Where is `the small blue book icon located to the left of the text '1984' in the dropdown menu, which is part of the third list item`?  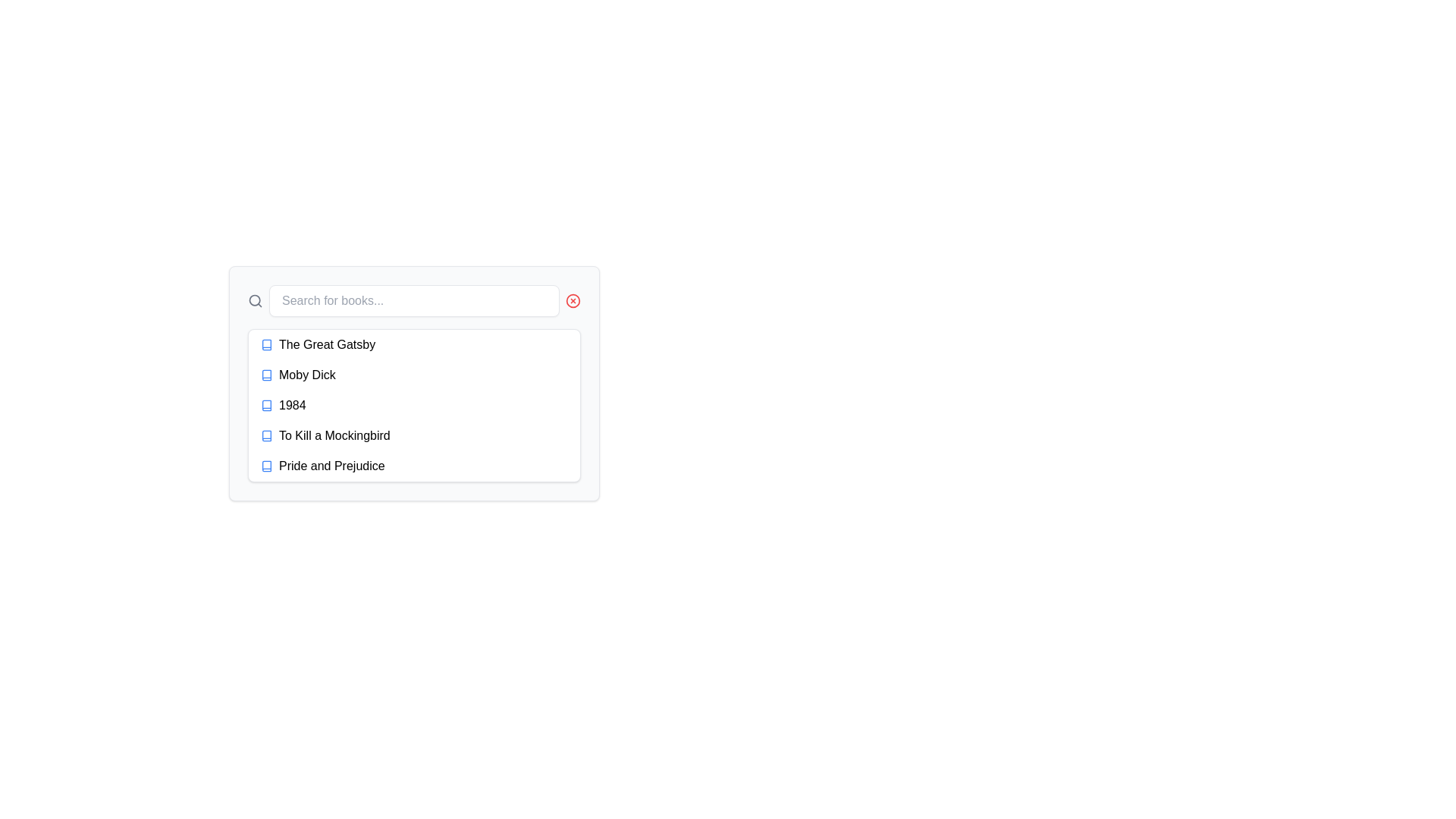
the small blue book icon located to the left of the text '1984' in the dropdown menu, which is part of the third list item is located at coordinates (266, 405).